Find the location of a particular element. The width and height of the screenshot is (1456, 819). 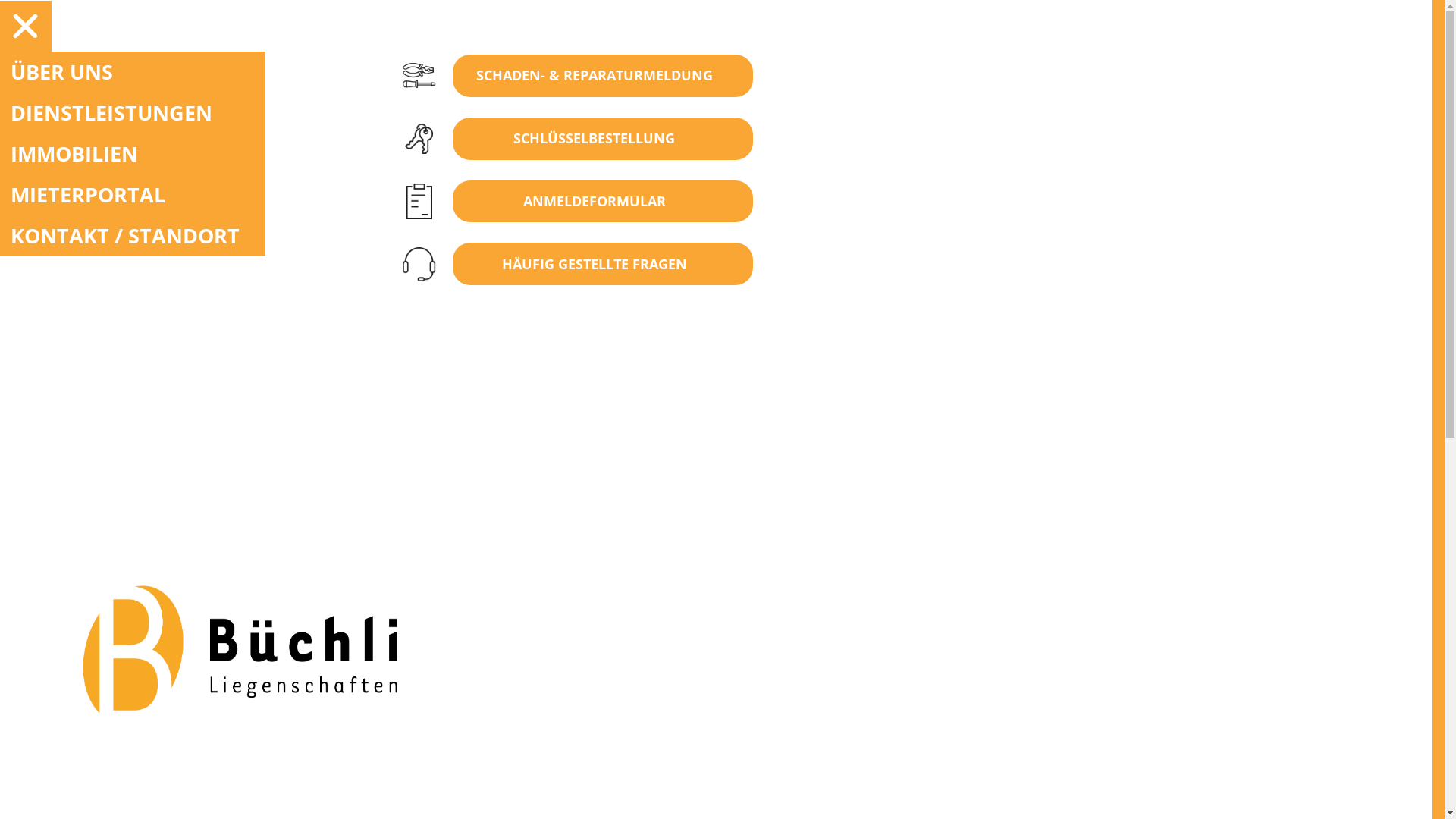

'KONTAKT / STANDORT' is located at coordinates (132, 236).